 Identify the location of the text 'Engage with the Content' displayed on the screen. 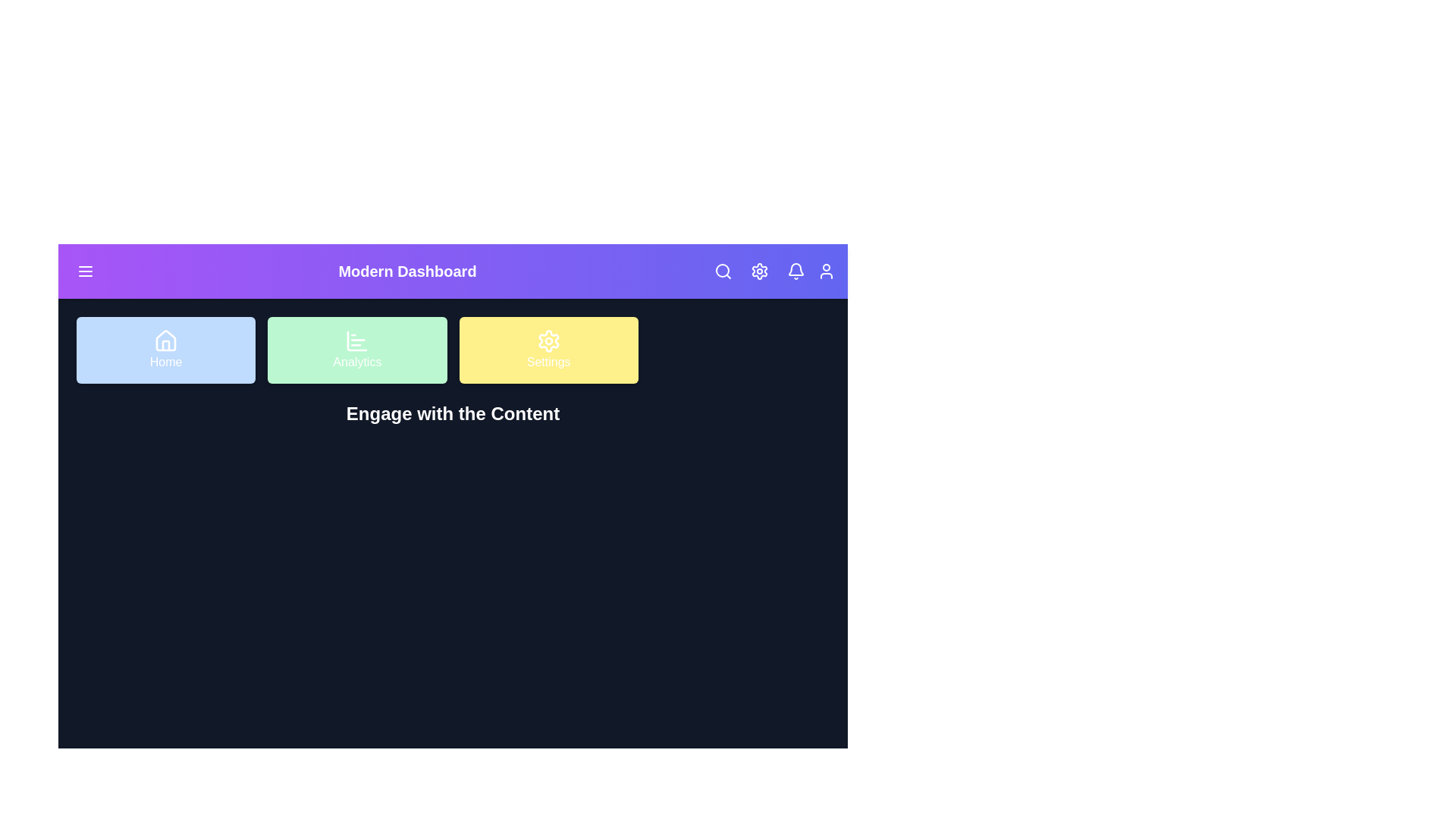
(452, 414).